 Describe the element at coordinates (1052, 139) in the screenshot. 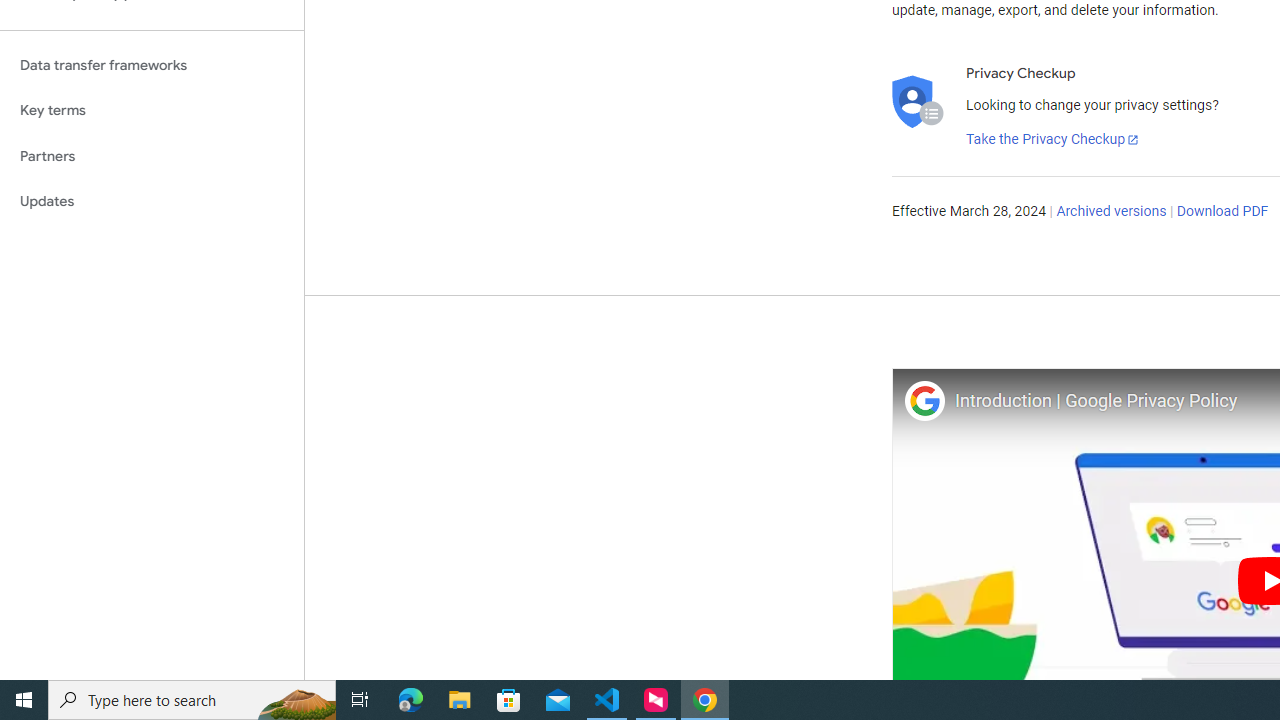

I see `'Take the Privacy Checkup'` at that location.